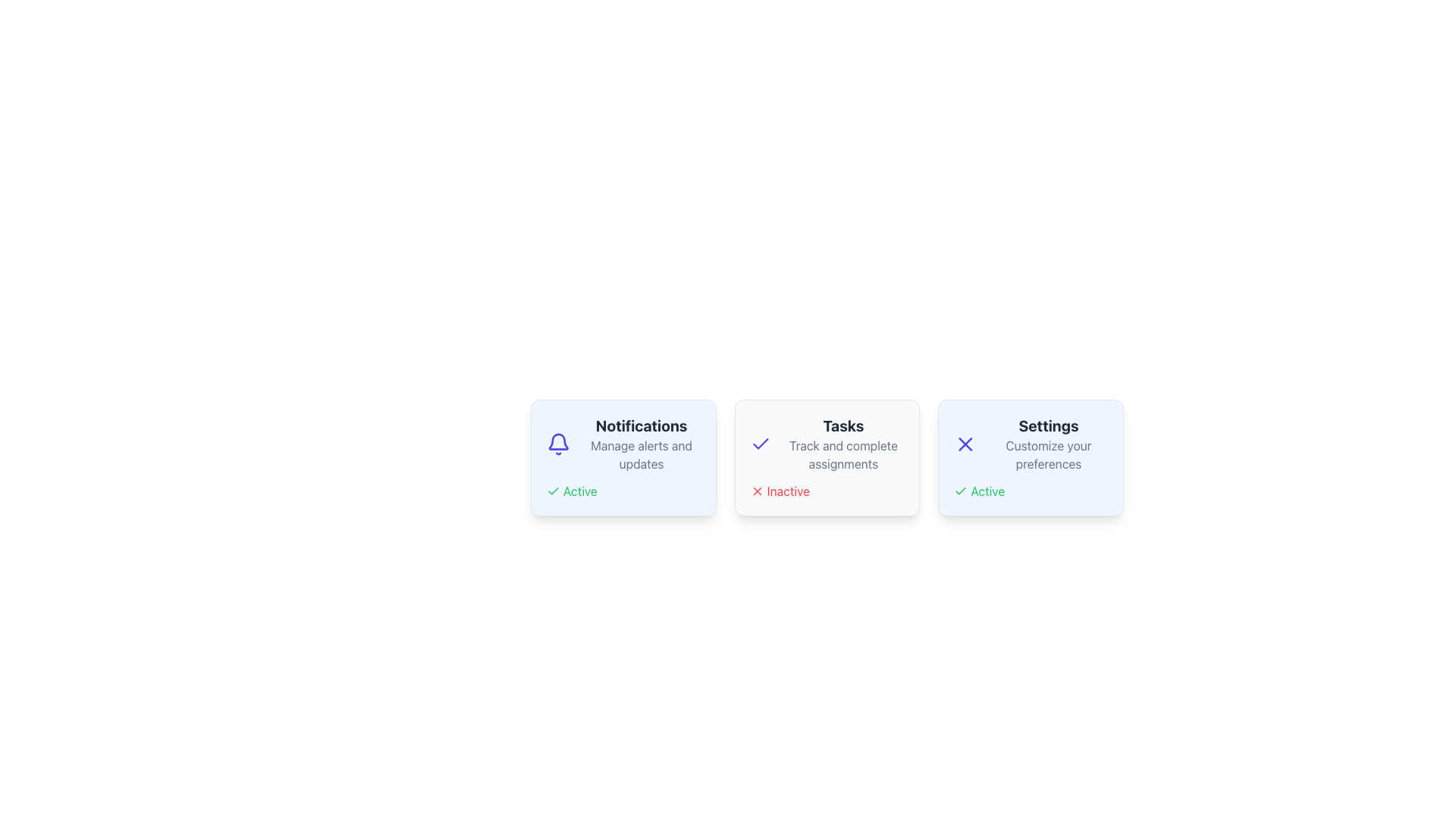 This screenshot has height=819, width=1456. What do you see at coordinates (843, 454) in the screenshot?
I see `the static text label that reads 'Track and complete assignments,' which is styled in gray and positioned beneath the header 'Tasks.'` at bounding box center [843, 454].